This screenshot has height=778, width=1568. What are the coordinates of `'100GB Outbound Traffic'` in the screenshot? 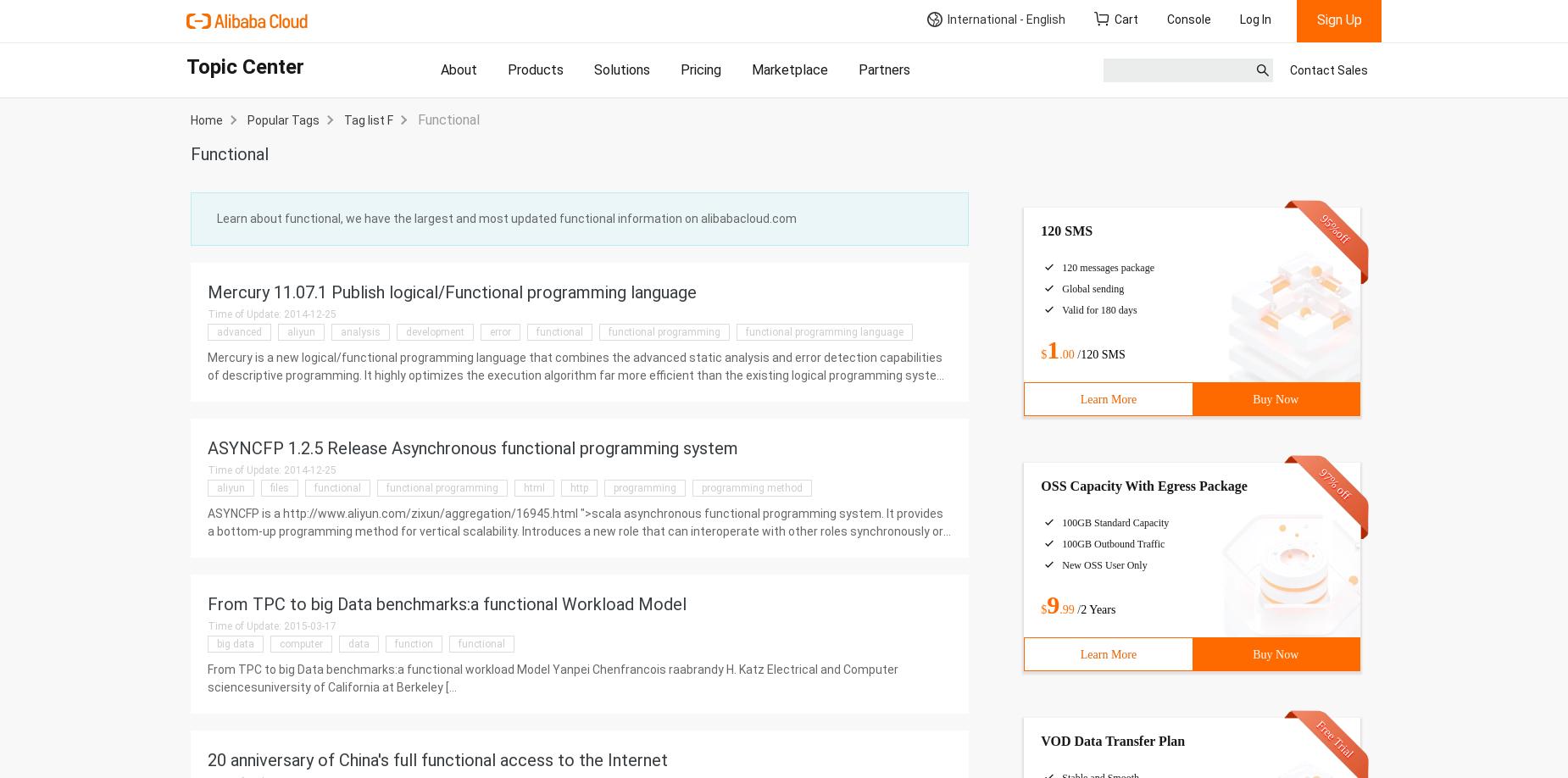 It's located at (1112, 543).